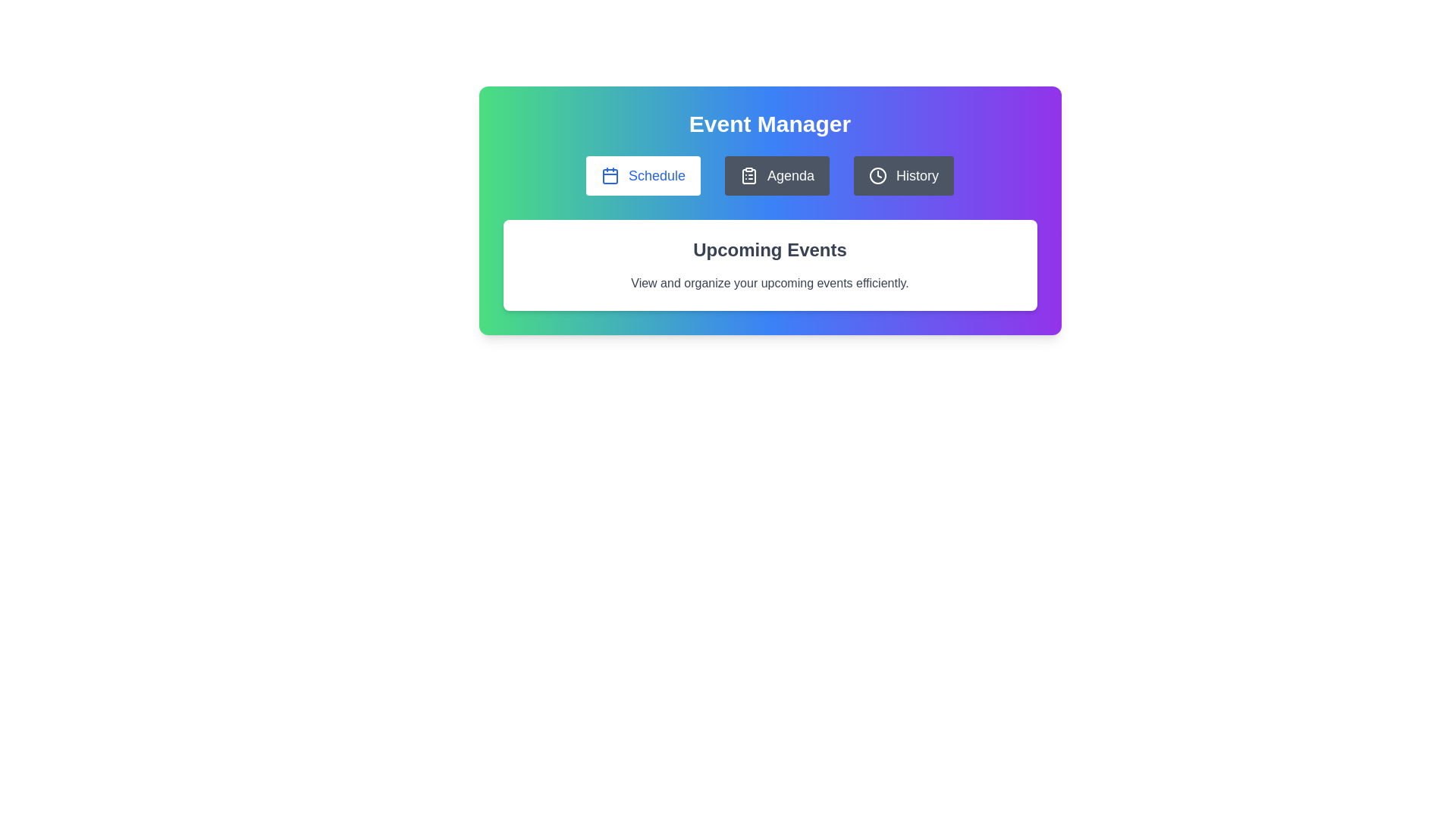 This screenshot has width=1456, height=819. I want to click on the 'Agenda' button, so click(777, 174).